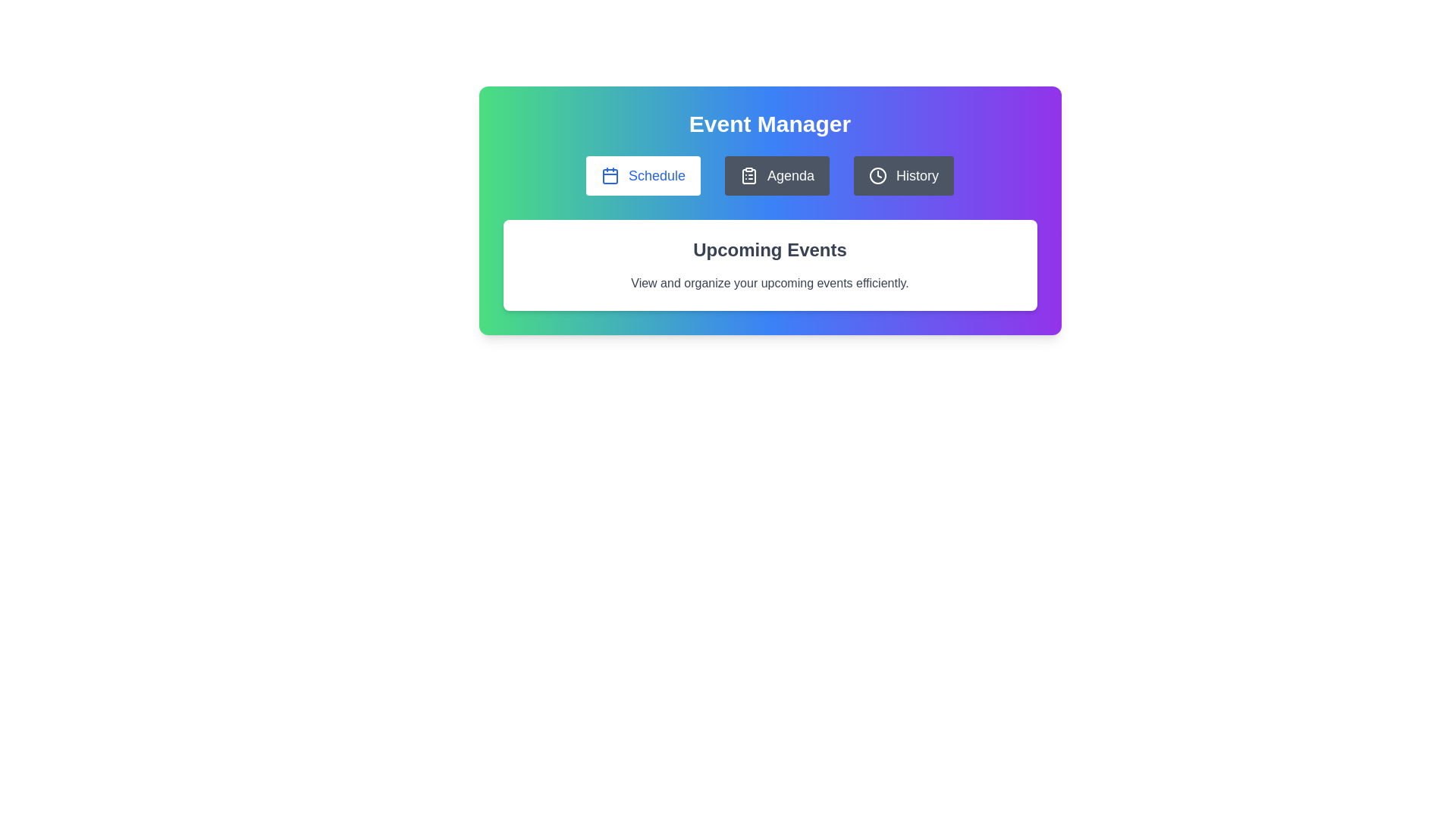 This screenshot has width=1456, height=819. I want to click on the 'Agenda' button, so click(777, 174).